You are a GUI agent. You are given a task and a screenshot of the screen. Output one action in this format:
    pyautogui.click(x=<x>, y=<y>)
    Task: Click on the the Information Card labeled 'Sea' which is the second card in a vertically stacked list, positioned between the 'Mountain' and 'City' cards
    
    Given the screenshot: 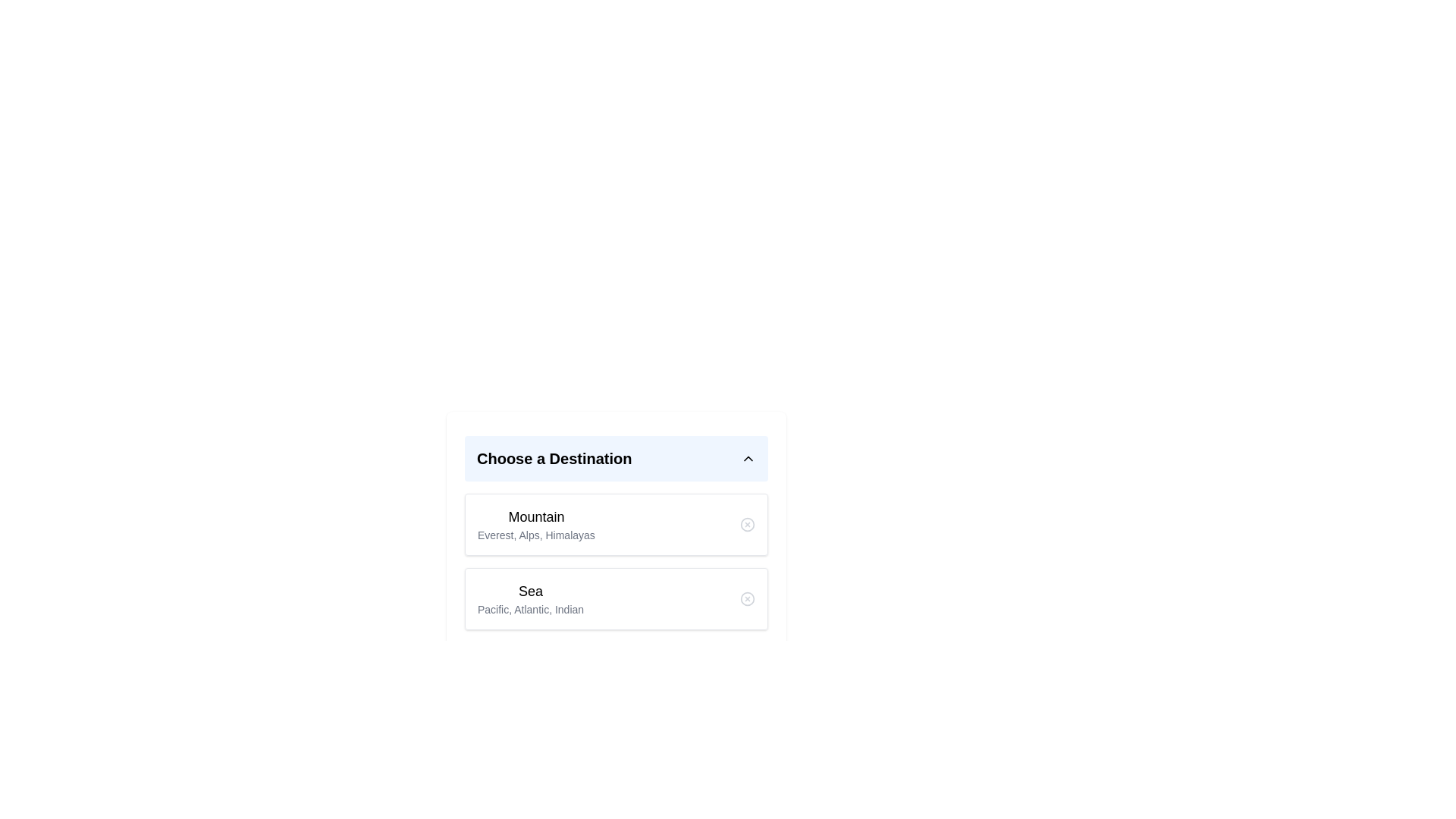 What is the action you would take?
    pyautogui.click(x=616, y=598)
    